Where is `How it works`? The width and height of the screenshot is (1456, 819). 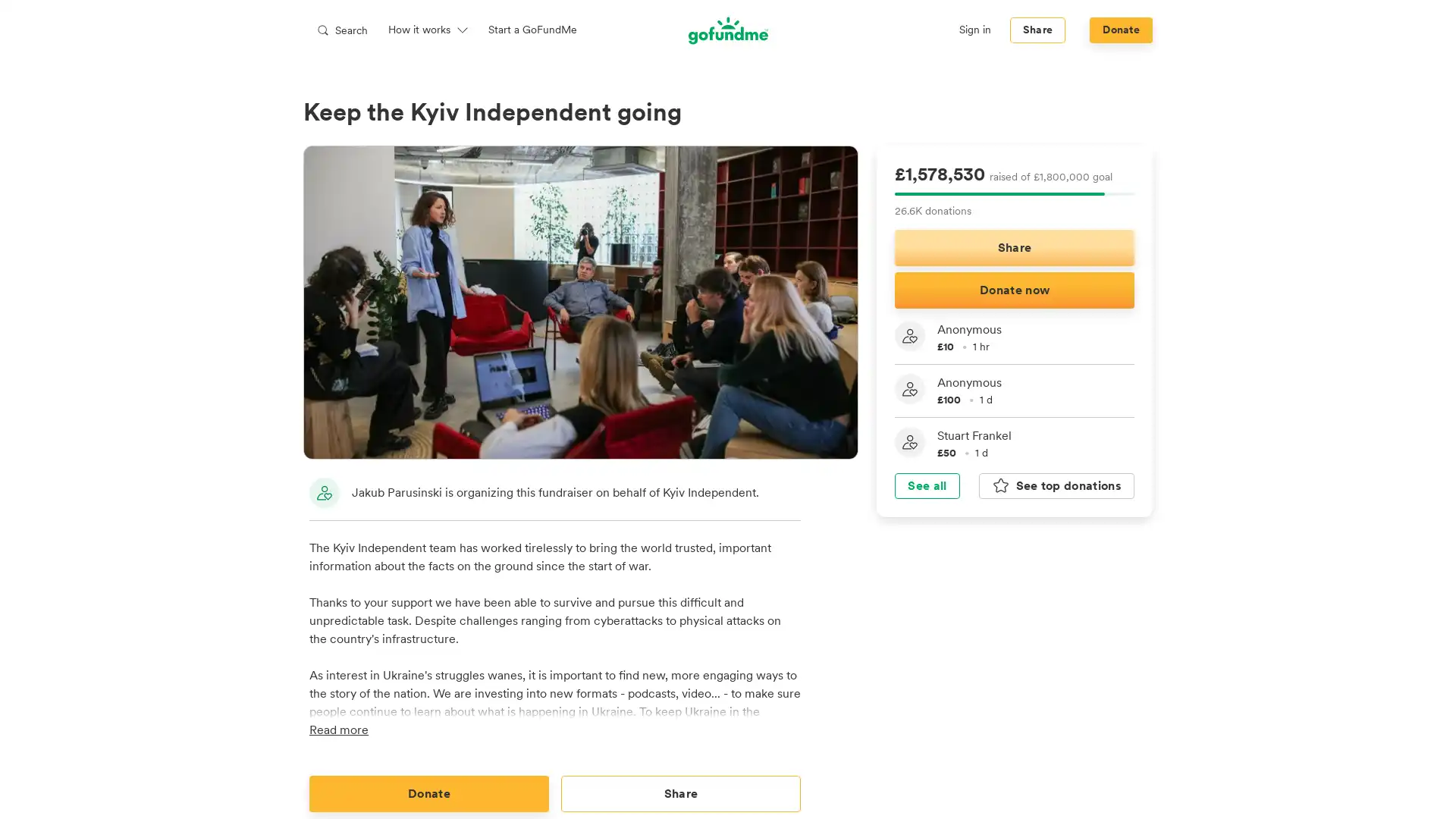 How it works is located at coordinates (428, 30).